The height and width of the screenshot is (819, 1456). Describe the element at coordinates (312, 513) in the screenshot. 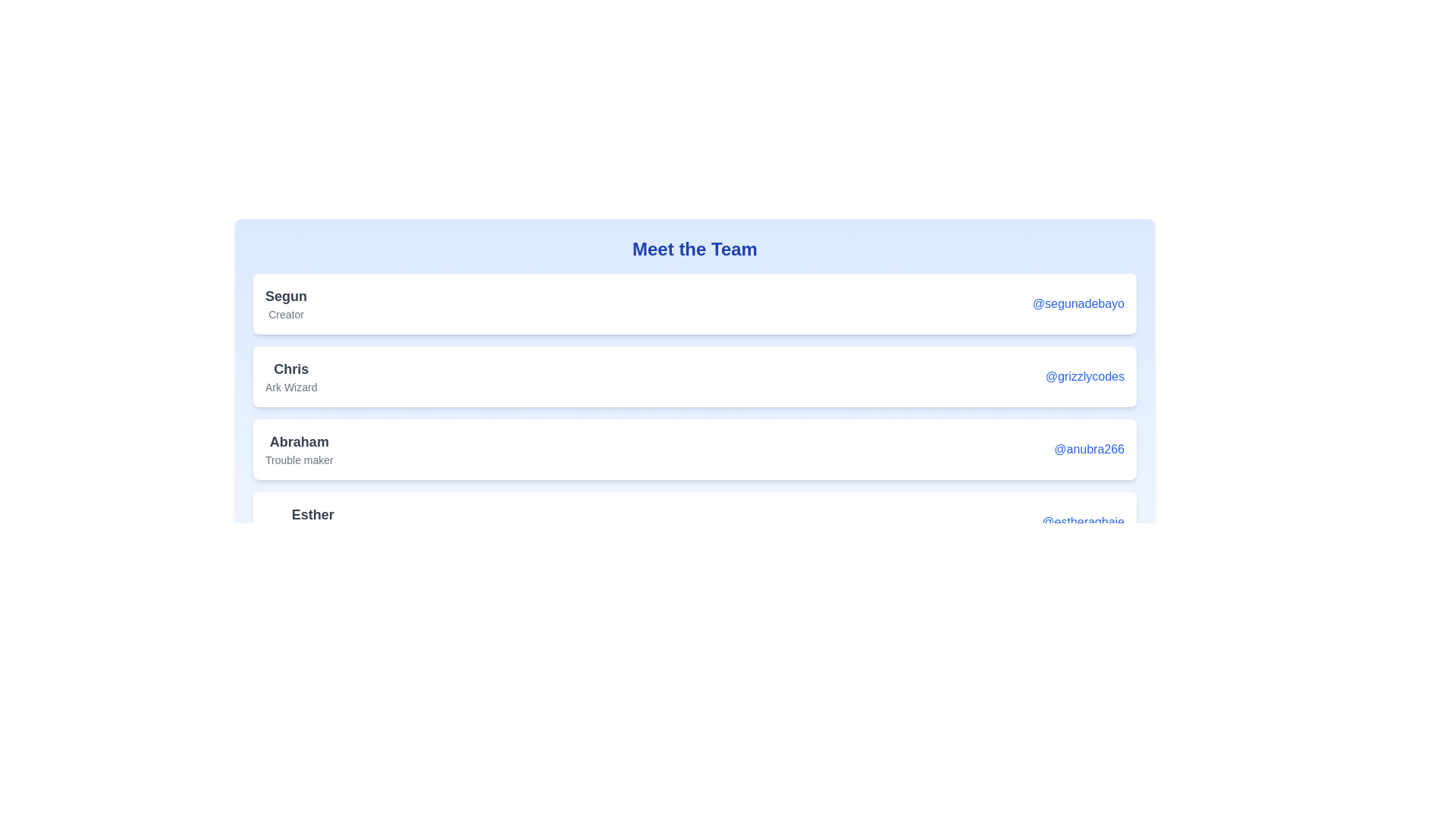

I see `the text label 'Esther', which is styled in bold and larger font, positioned at the top of the user information block, and appears darker against a light background` at that location.